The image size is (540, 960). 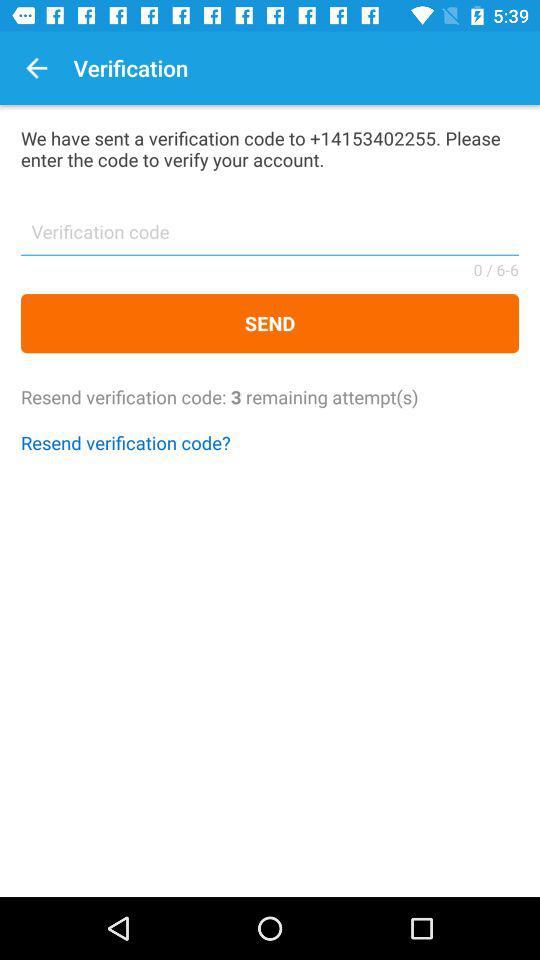 I want to click on the item to the left of verification, so click(x=36, y=68).